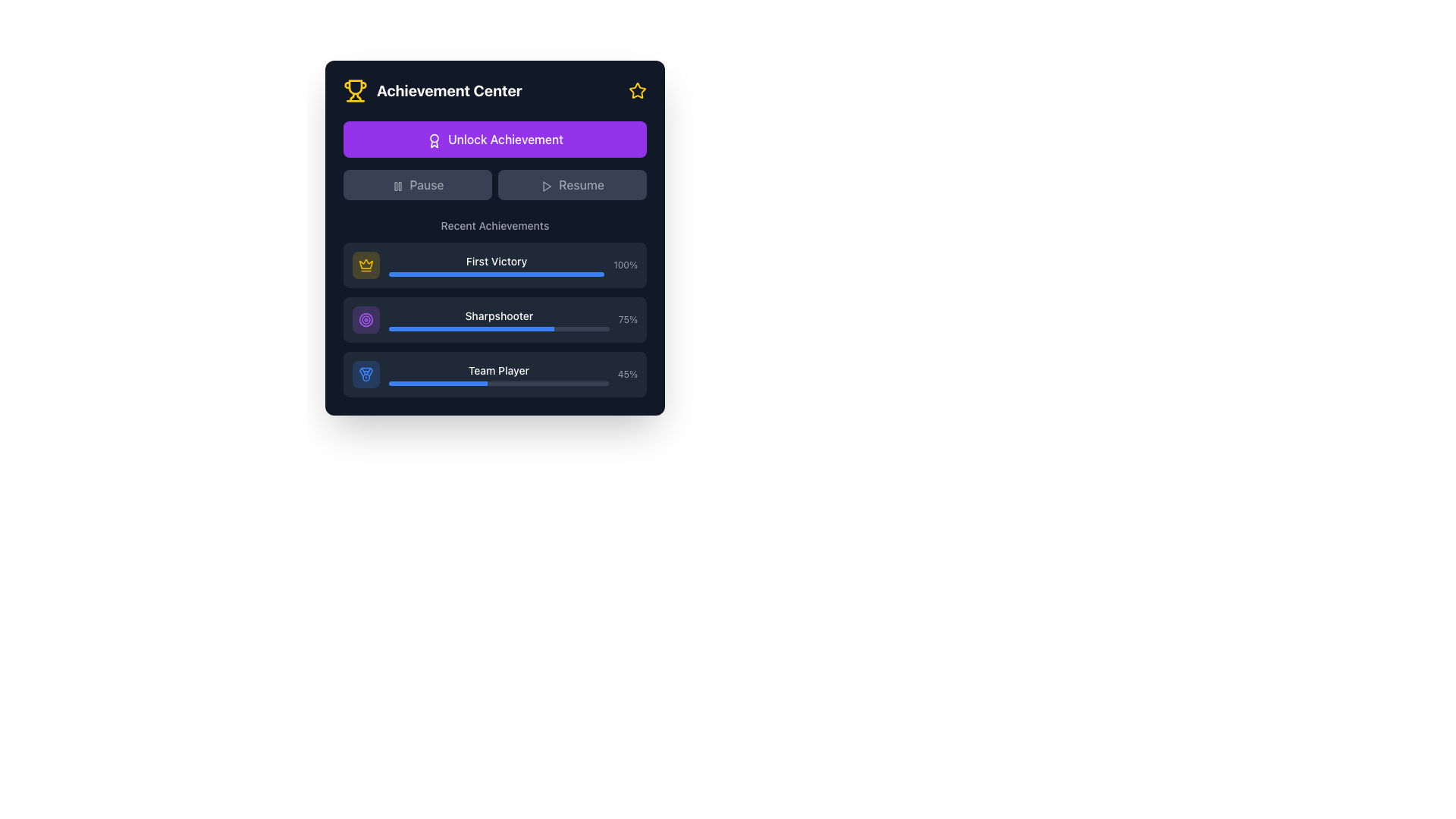 The image size is (1456, 819). Describe the element at coordinates (628, 318) in the screenshot. I see `the text label displaying '75%' located to the far right of the 'Sharpshooter' progress bar` at that location.